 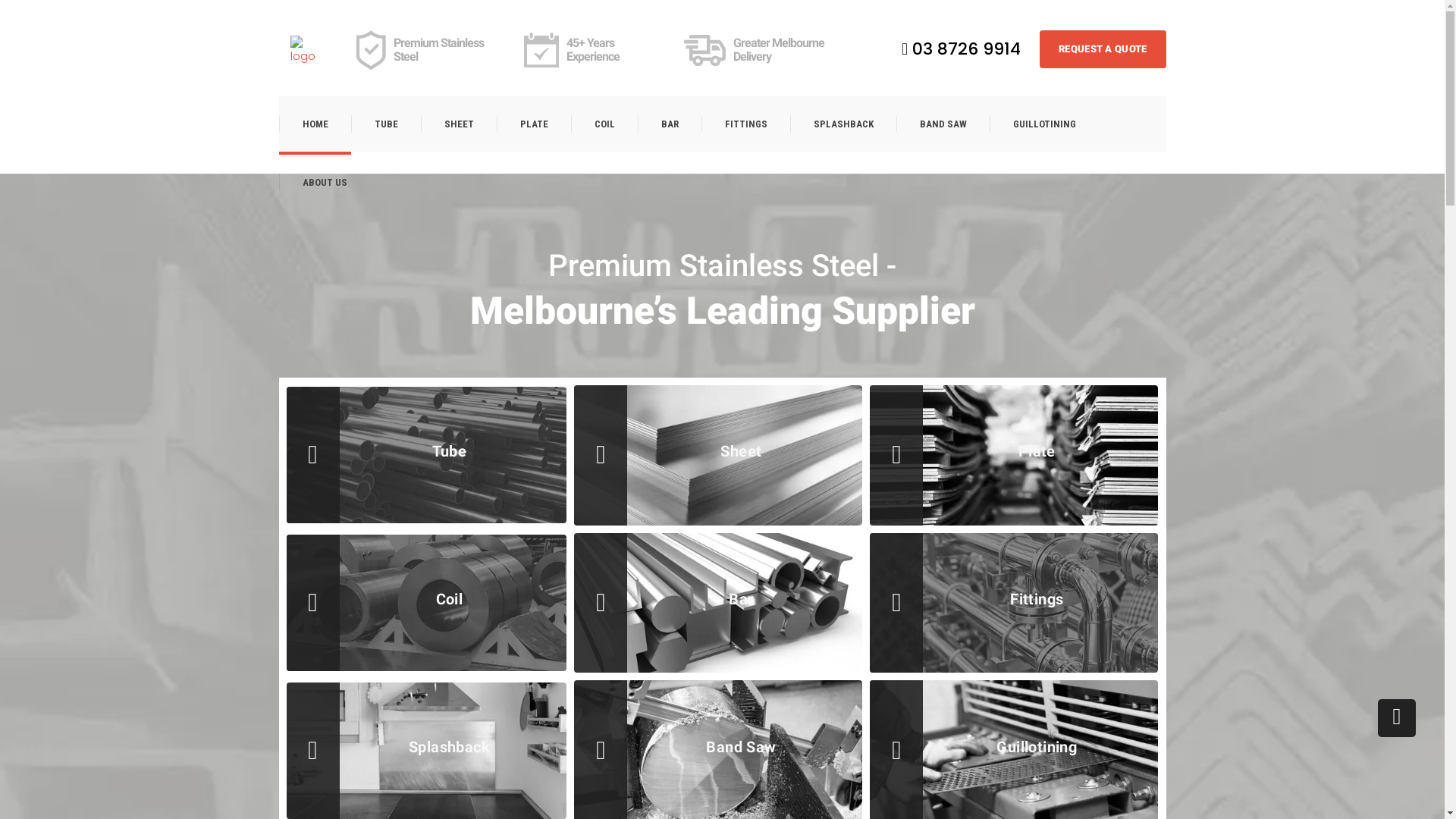 What do you see at coordinates (323, 598) in the screenshot?
I see `'Coil'` at bounding box center [323, 598].